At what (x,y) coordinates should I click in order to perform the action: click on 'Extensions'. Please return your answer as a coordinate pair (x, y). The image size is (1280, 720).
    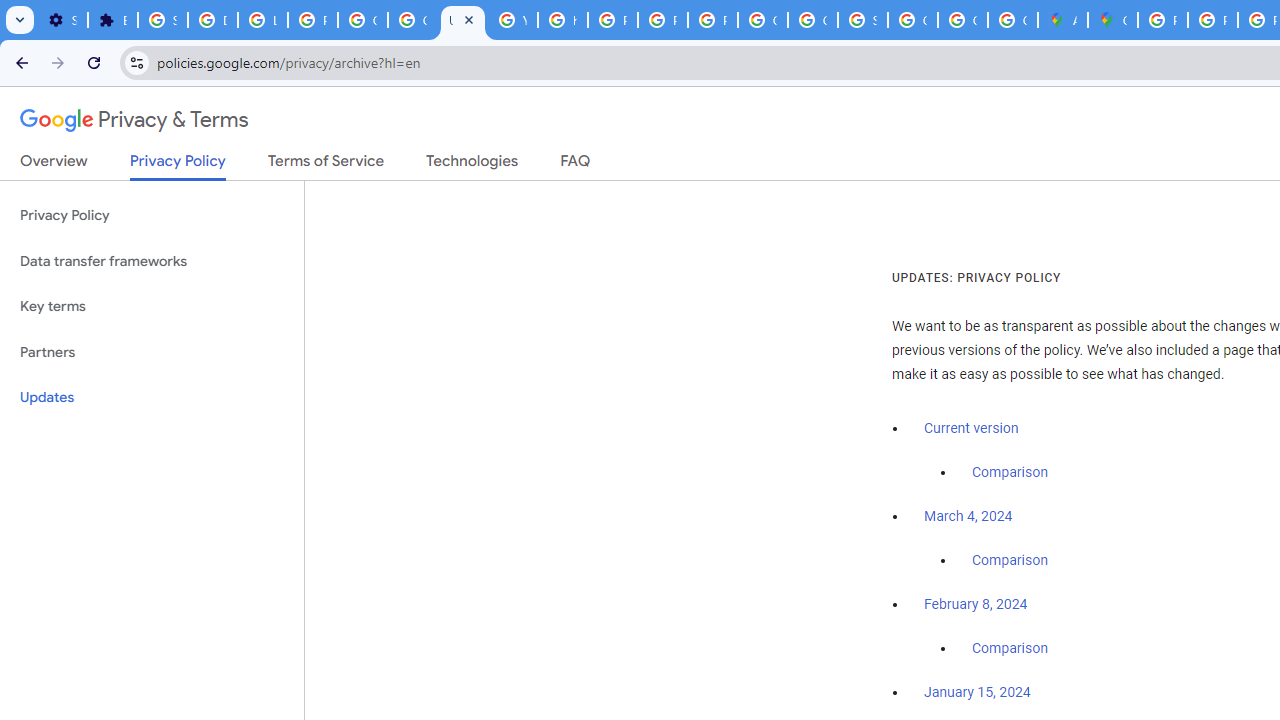
    Looking at the image, I should click on (112, 20).